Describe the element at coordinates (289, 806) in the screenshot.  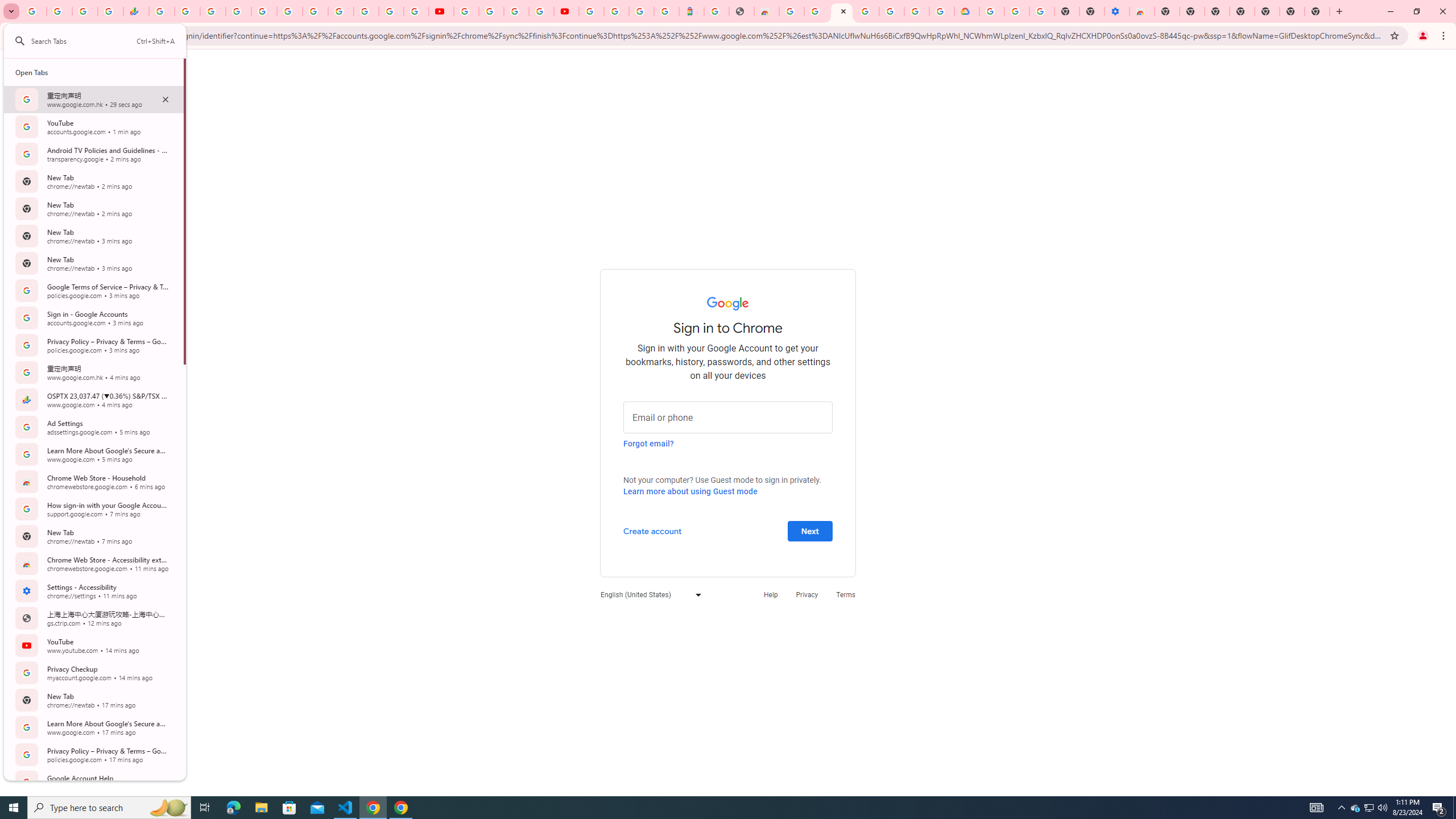
I see `'Microsoft Store'` at that location.